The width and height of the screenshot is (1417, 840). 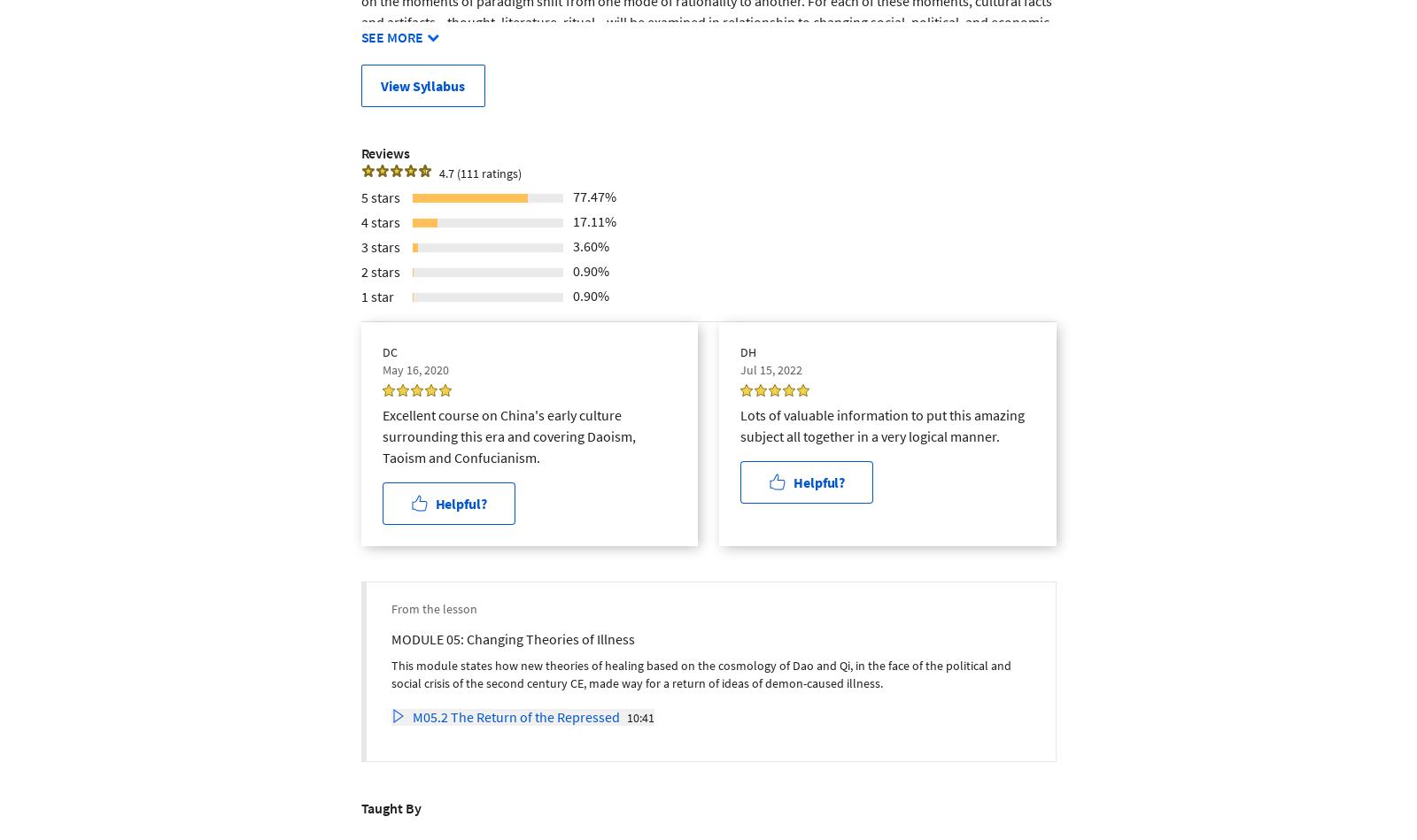 What do you see at coordinates (701, 674) in the screenshot?
I see `'This module states how new theories of healing based on the cosmology of Dao and Qi, in the face of the political and social crisis of the second century CE, made way for a return of ideas of demon-caused illness.'` at bounding box center [701, 674].